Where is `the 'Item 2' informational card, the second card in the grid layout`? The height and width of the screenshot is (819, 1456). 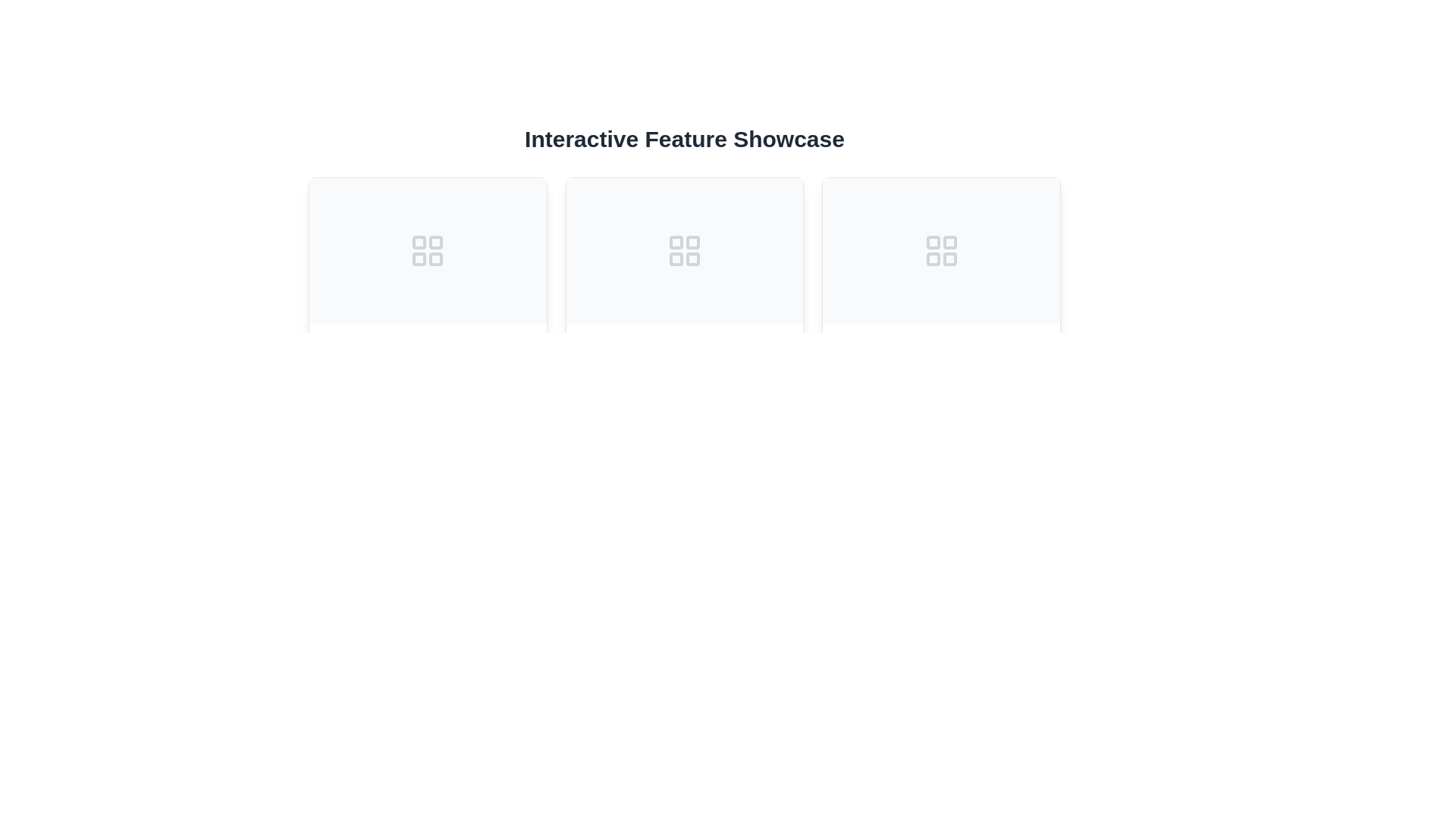
the 'Item 2' informational card, the second card in the grid layout is located at coordinates (683, 315).